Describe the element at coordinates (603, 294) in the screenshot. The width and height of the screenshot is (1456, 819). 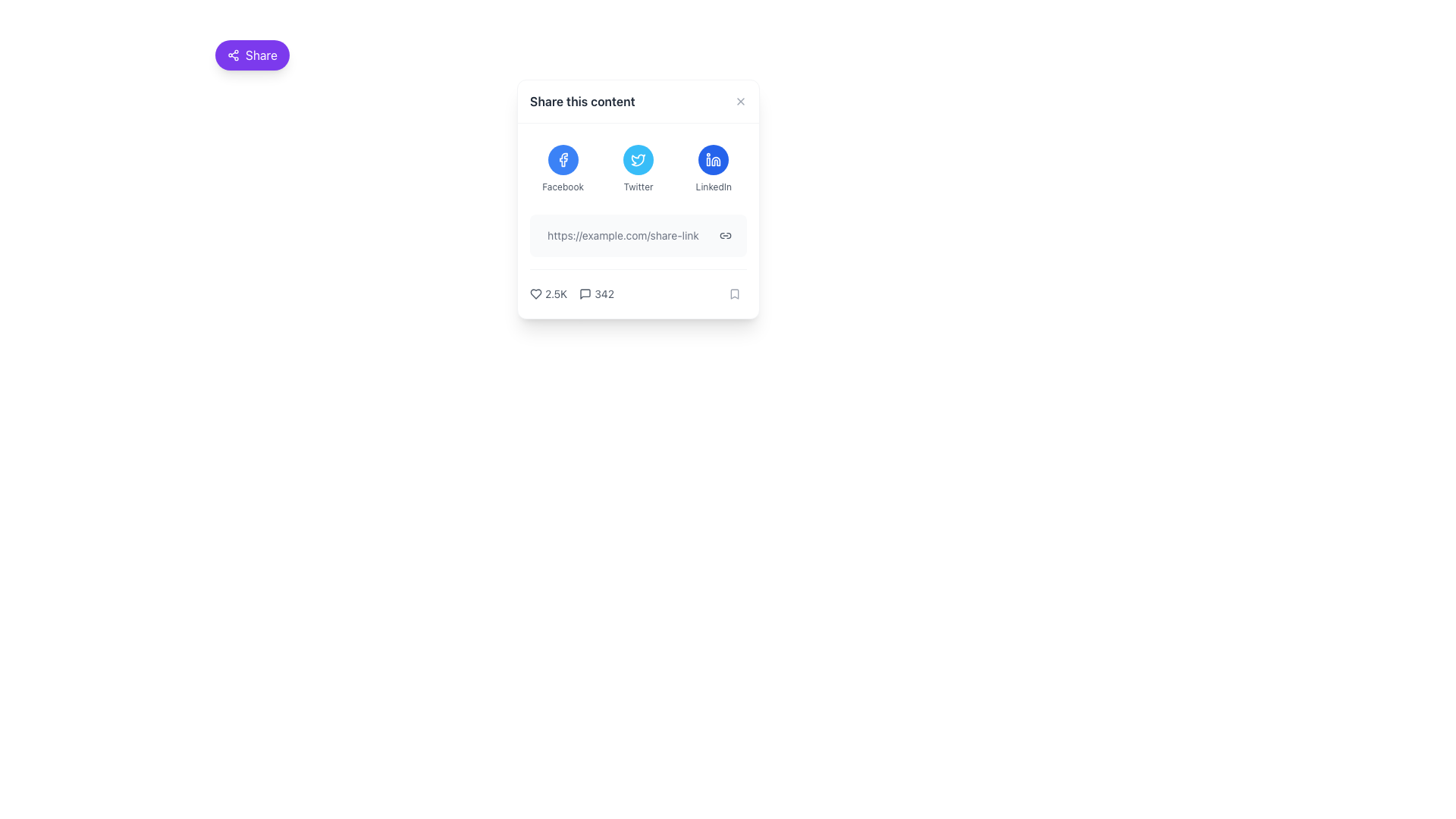
I see `the text displaying the number '342', which is styled in a small font size and gray color, located towards the bottom-right of a card adjacent to a comment icon` at that location.